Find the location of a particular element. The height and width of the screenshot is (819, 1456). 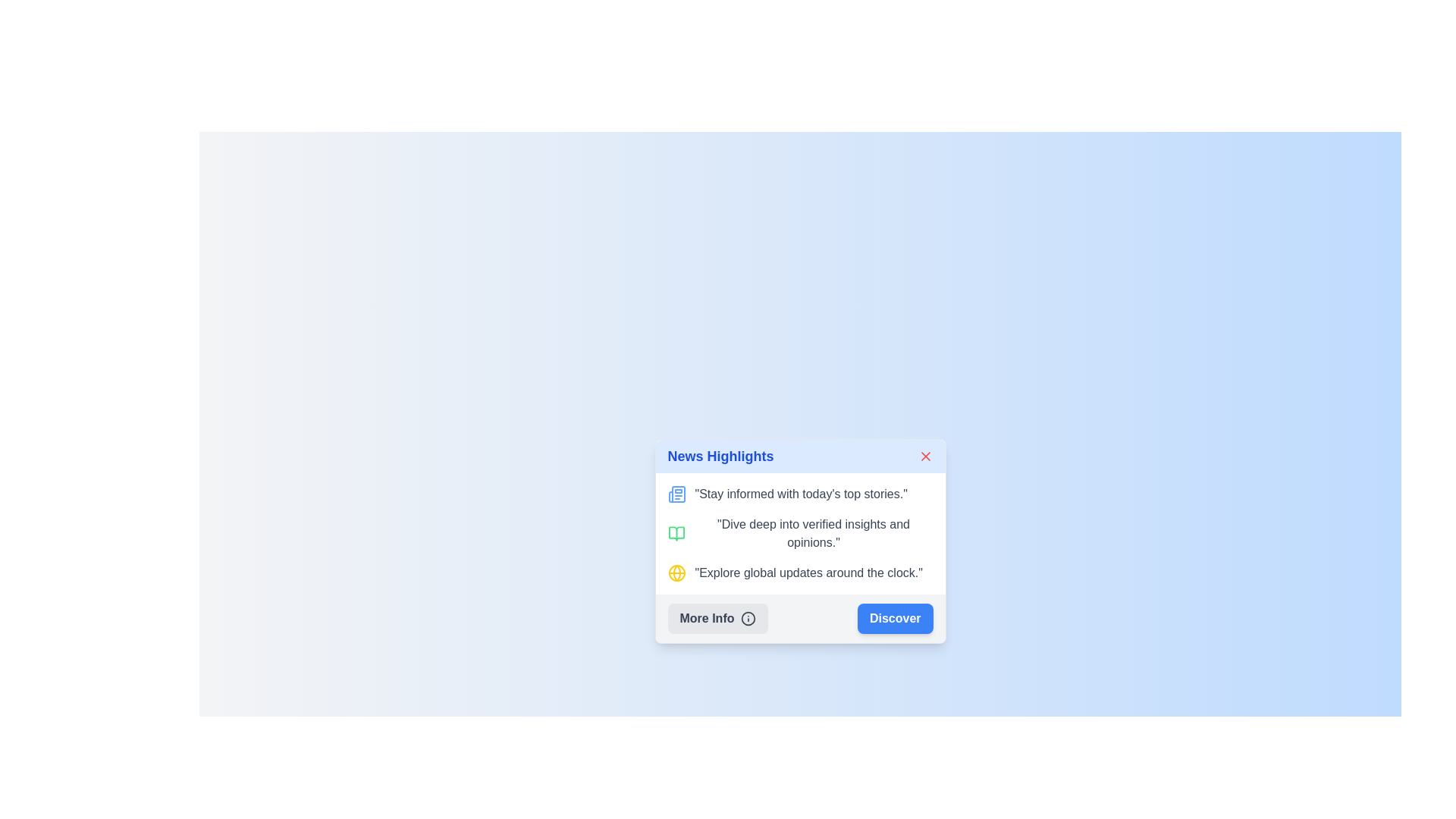

the blue rectangular button with rounded corners and white bold text reading 'Discover' located in the footer of the 'News Highlights' pop-up is located at coordinates (895, 619).